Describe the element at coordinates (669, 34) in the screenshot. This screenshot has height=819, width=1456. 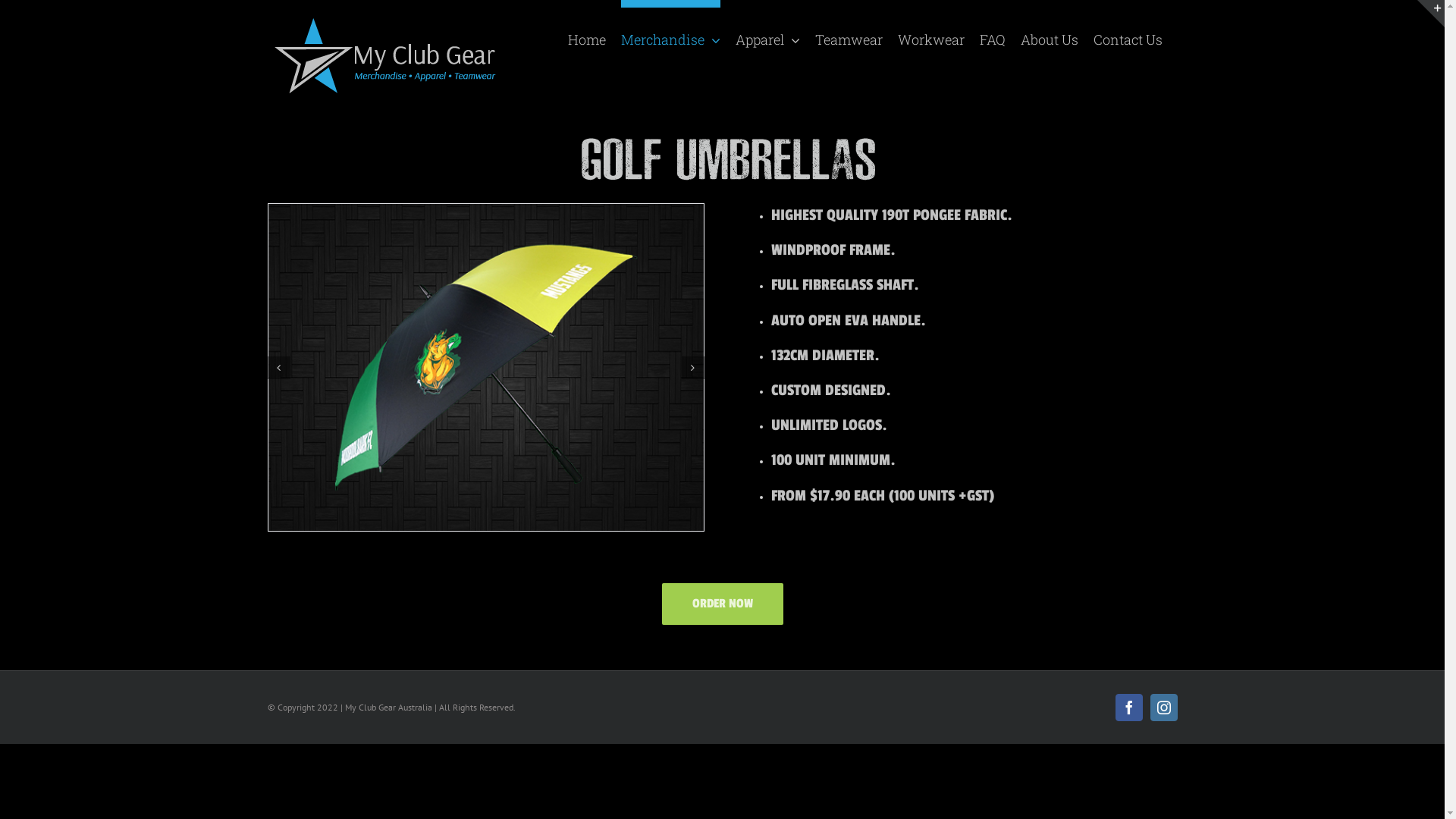
I see `'Merchandise'` at that location.